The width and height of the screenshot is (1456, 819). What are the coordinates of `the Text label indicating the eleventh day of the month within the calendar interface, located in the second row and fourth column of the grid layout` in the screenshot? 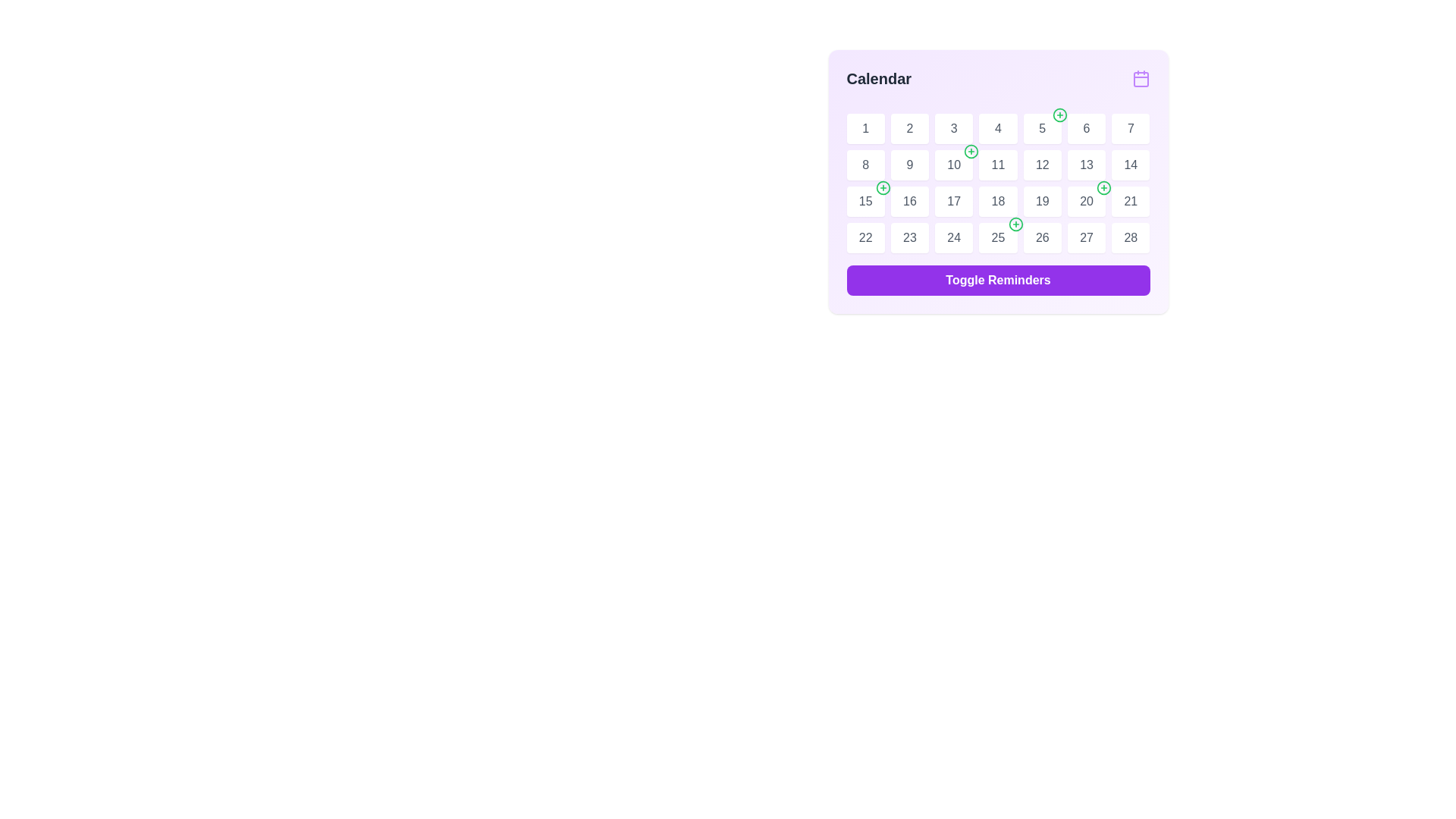 It's located at (998, 165).